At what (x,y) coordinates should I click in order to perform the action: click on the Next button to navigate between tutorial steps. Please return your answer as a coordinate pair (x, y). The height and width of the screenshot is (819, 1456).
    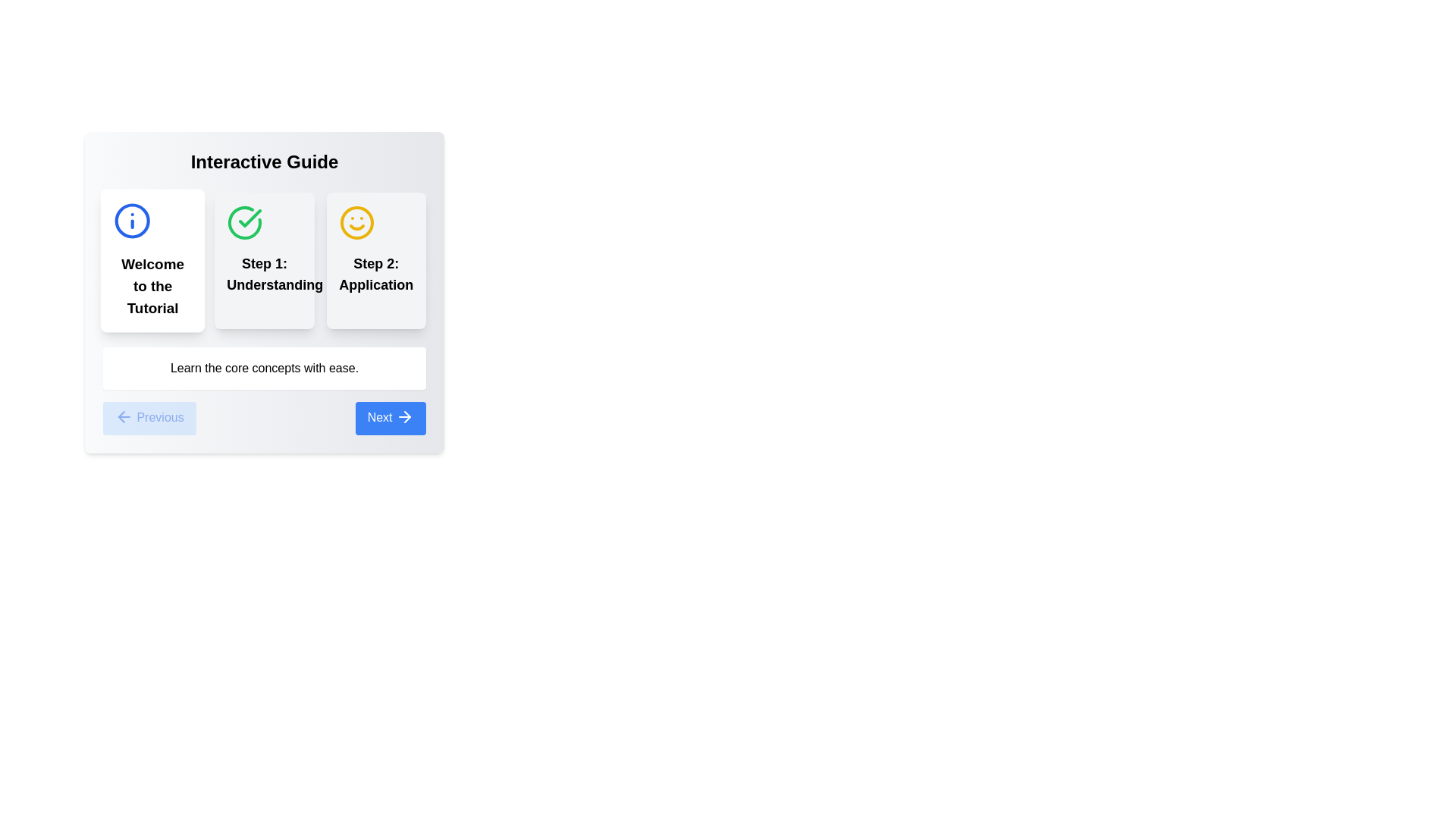
    Looking at the image, I should click on (390, 418).